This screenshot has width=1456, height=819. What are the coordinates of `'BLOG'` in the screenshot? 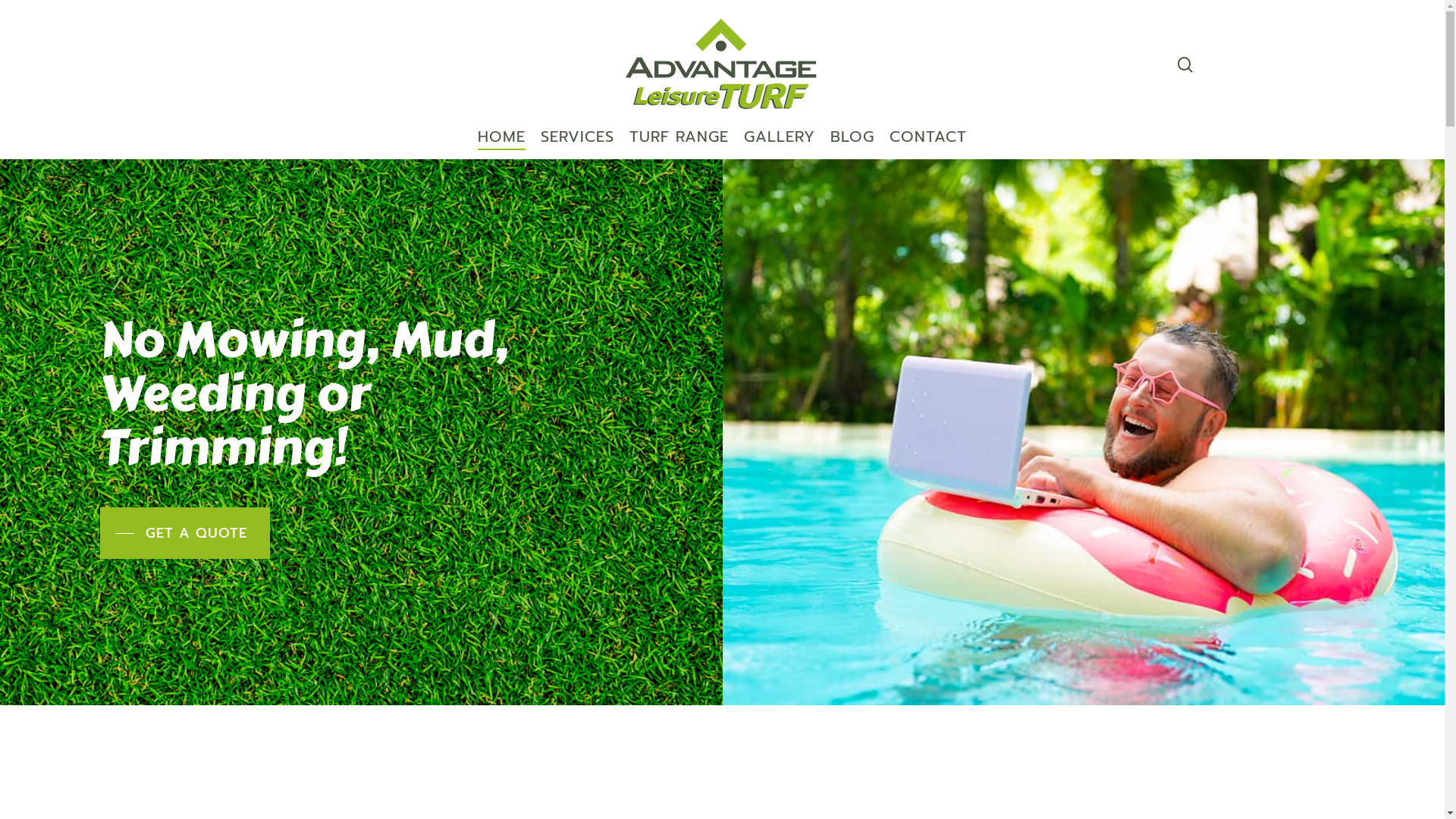 It's located at (852, 143).